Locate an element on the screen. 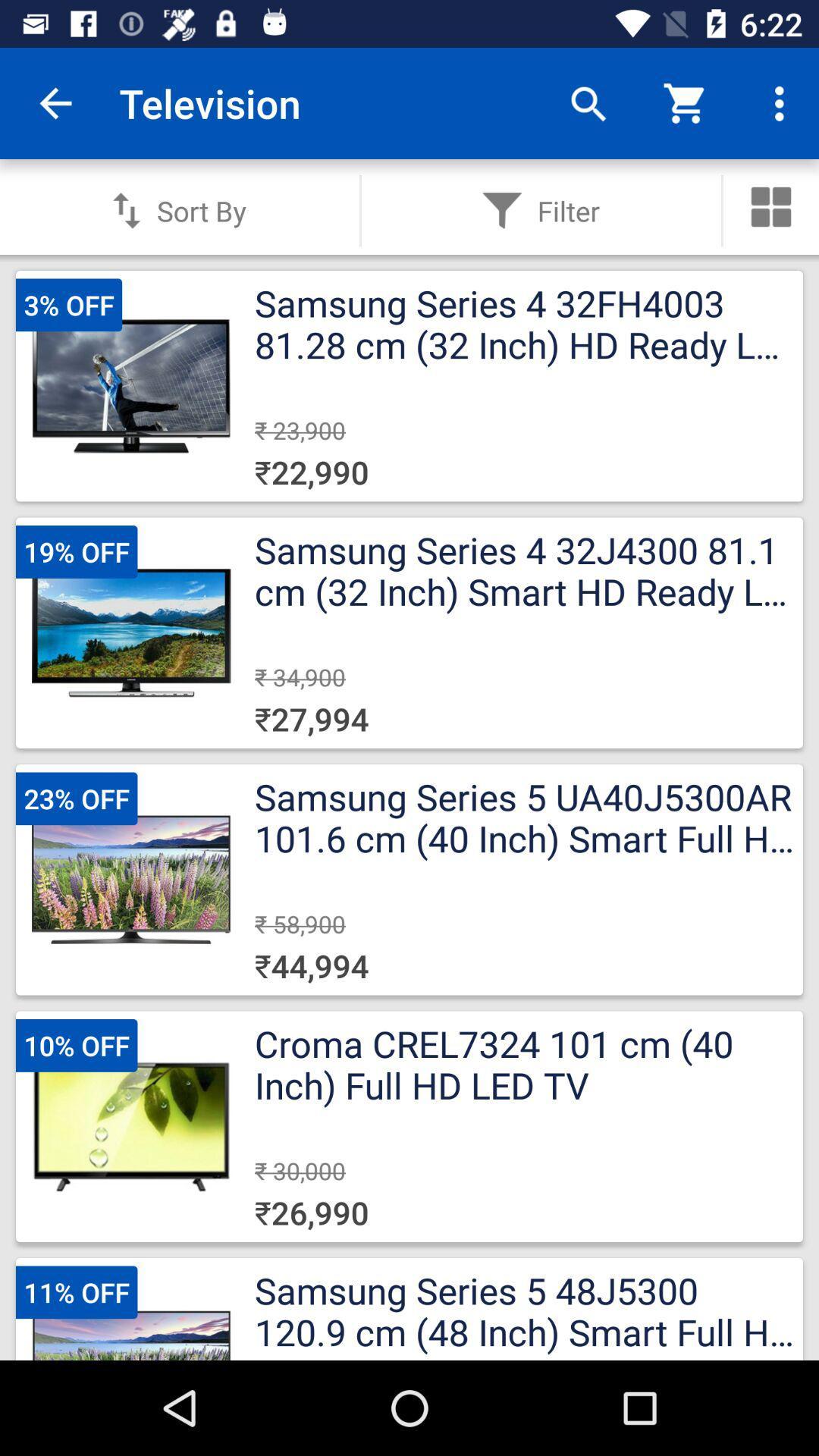 The height and width of the screenshot is (1456, 819). the second icon right to the text television is located at coordinates (686, 102).